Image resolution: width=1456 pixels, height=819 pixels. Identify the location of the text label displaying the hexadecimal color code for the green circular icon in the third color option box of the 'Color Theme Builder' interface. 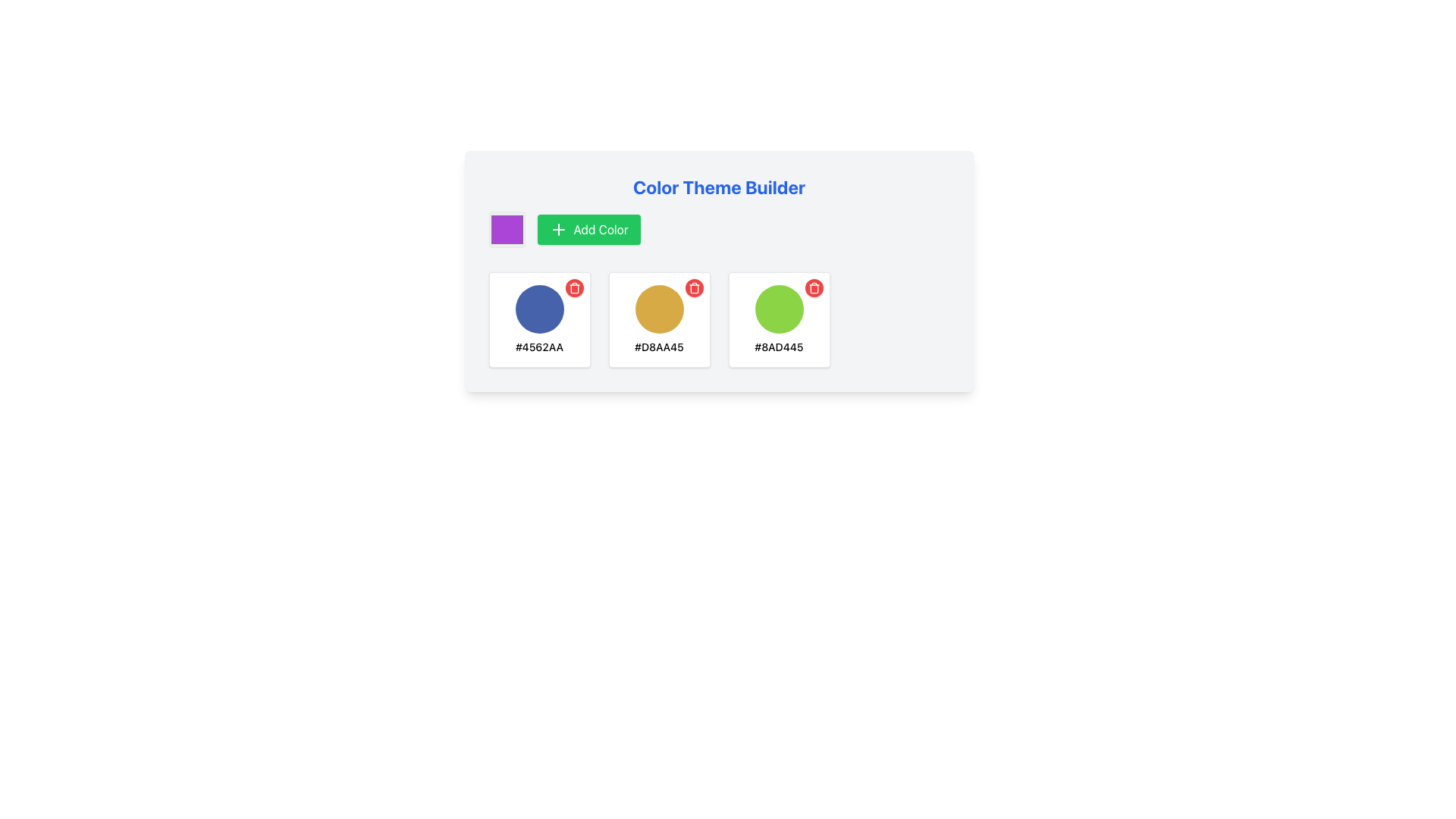
(779, 347).